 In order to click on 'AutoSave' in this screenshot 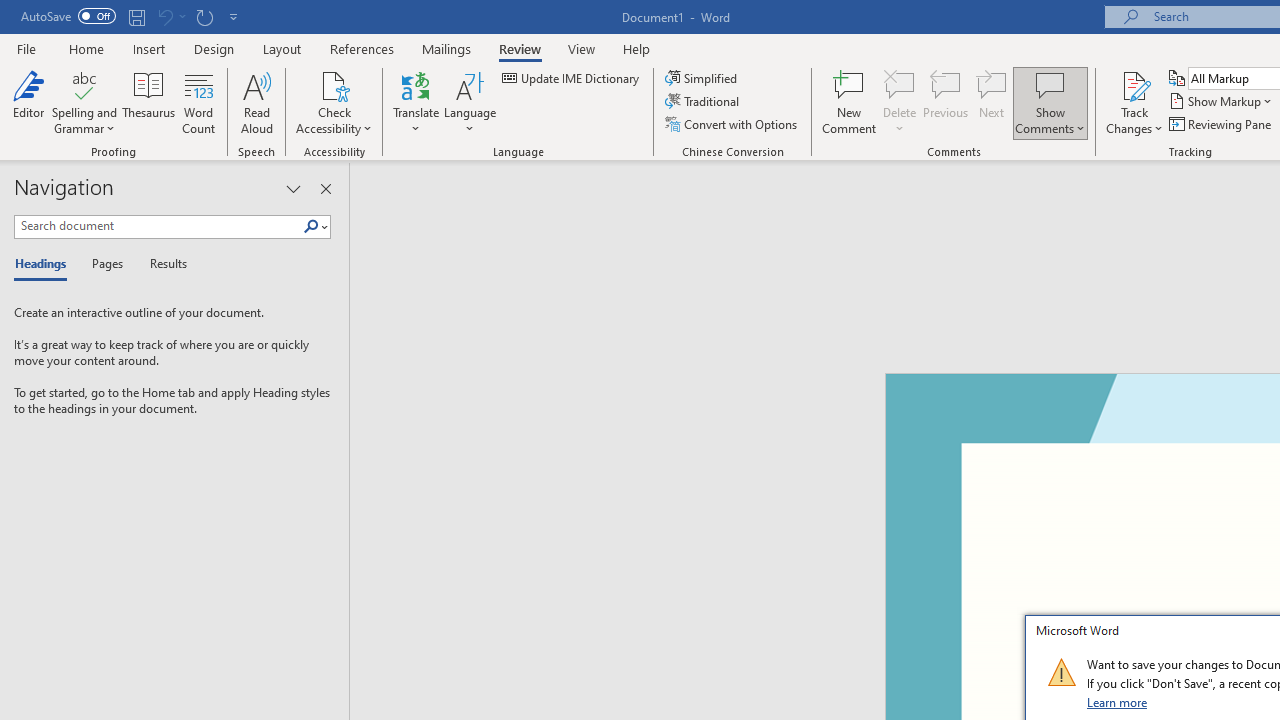, I will do `click(68, 16)`.